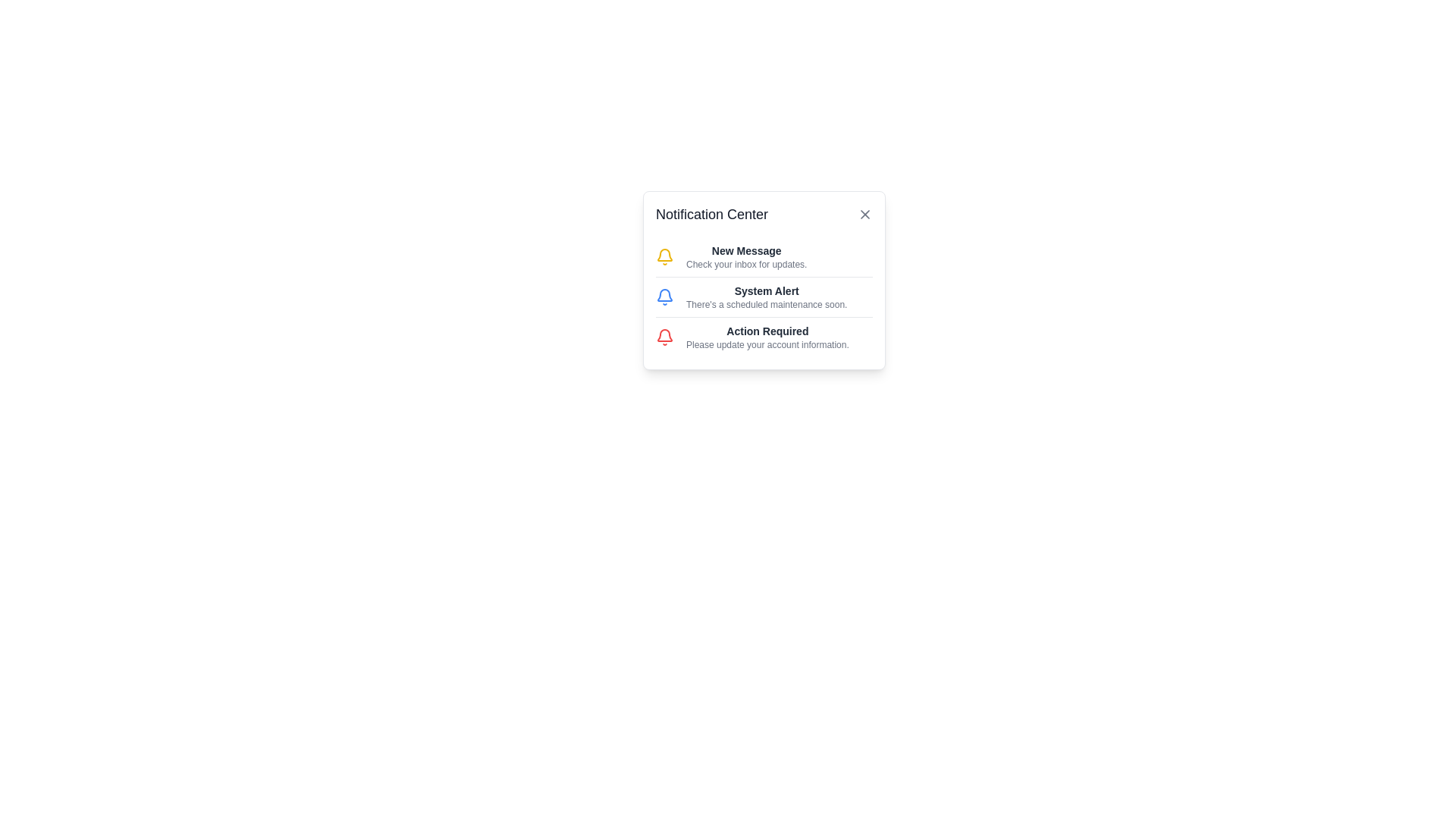 The height and width of the screenshot is (819, 1456). I want to click on the notification item featuring a yellow bell icon and text 'New Message' in the Notification Center, so click(764, 256).